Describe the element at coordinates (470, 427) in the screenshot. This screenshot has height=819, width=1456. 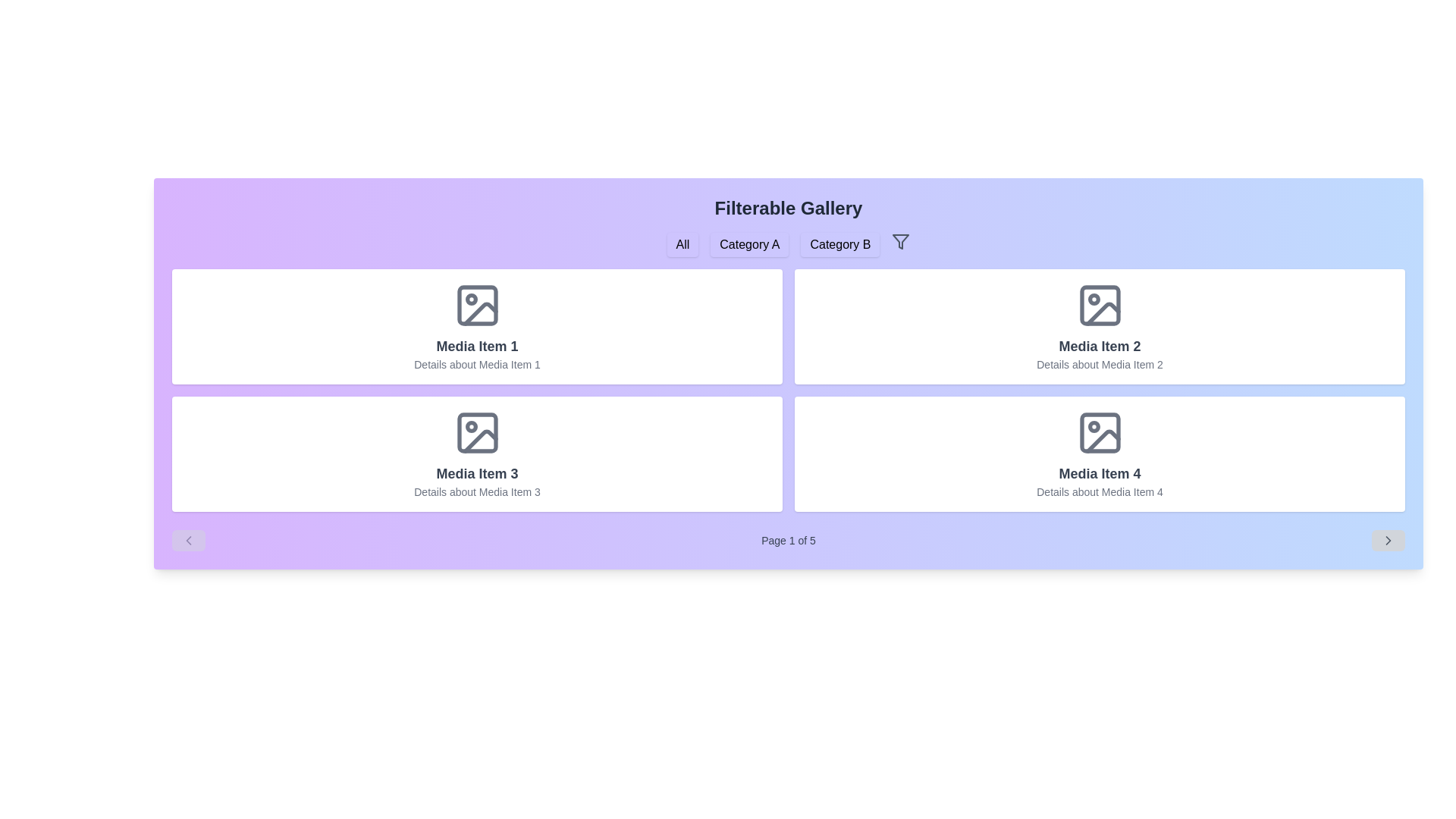
I see `the Circular marker graphic element located in the lower-left quadrant of the image graphic associated with 'Media Item 3'` at that location.